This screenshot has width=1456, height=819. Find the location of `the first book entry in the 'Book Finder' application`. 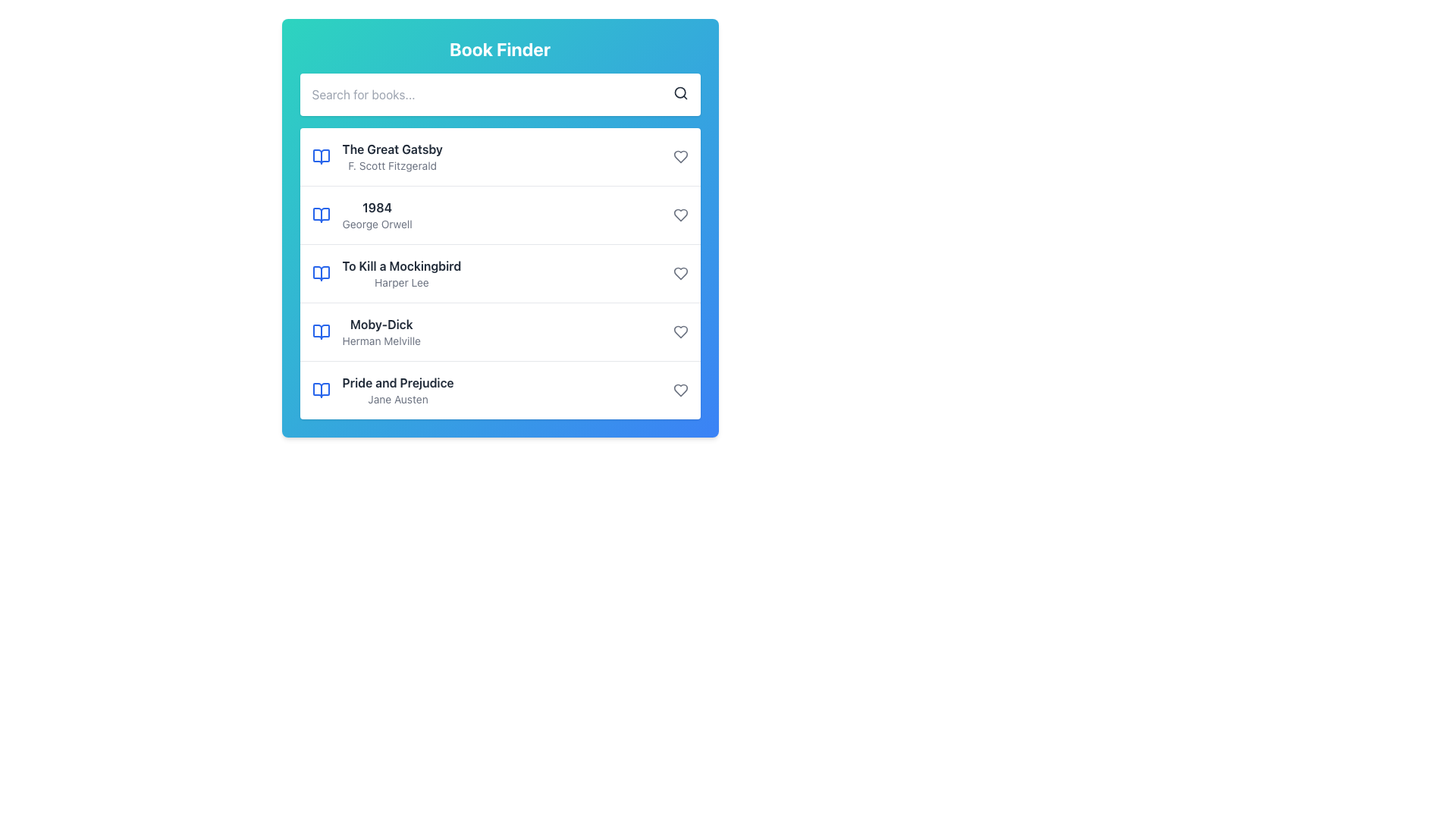

the first book entry in the 'Book Finder' application is located at coordinates (392, 157).